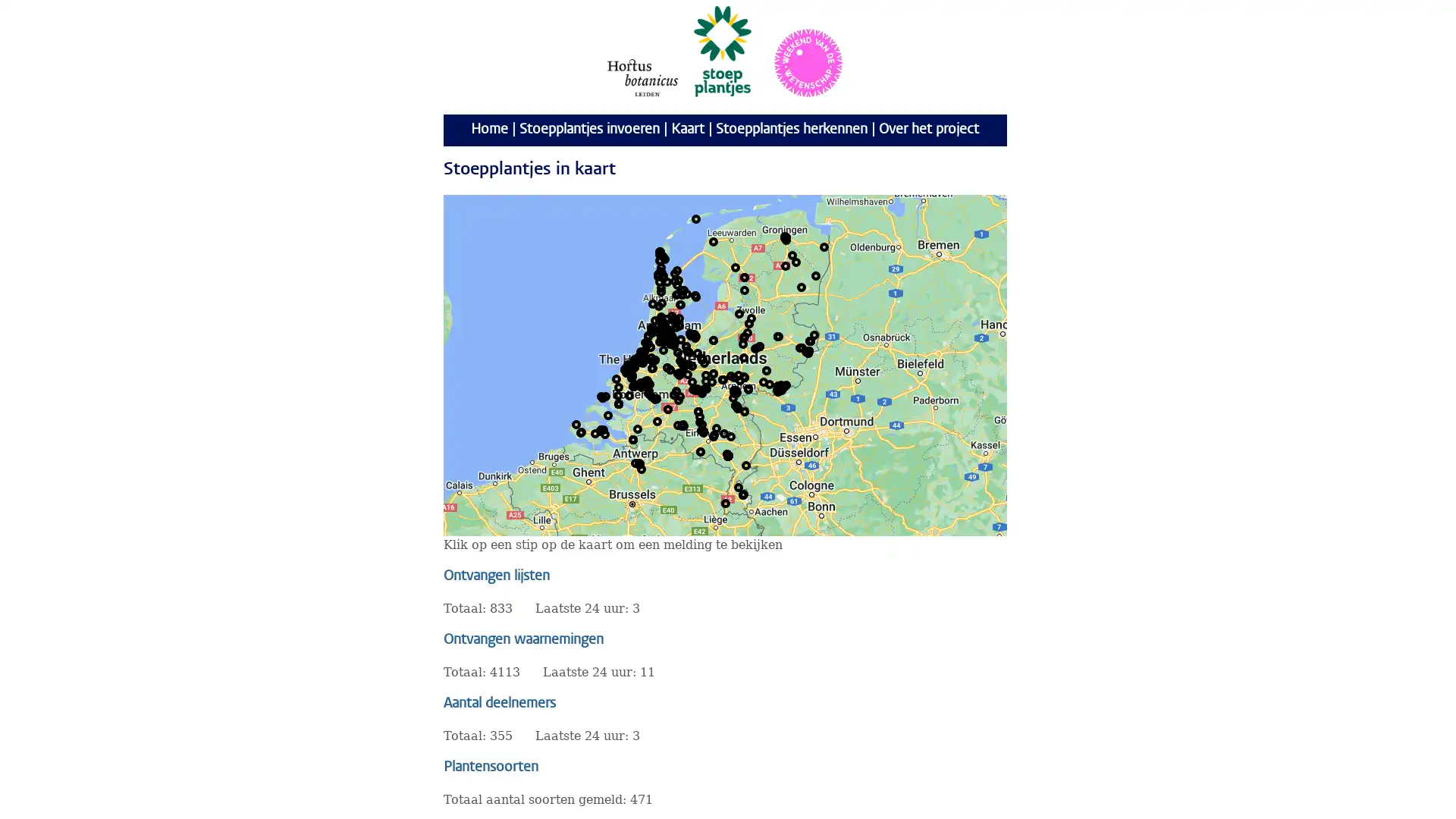 This screenshot has height=819, width=1456. What do you see at coordinates (698, 421) in the screenshot?
I see `Telling van Anita op 13 oktober 2021` at bounding box center [698, 421].